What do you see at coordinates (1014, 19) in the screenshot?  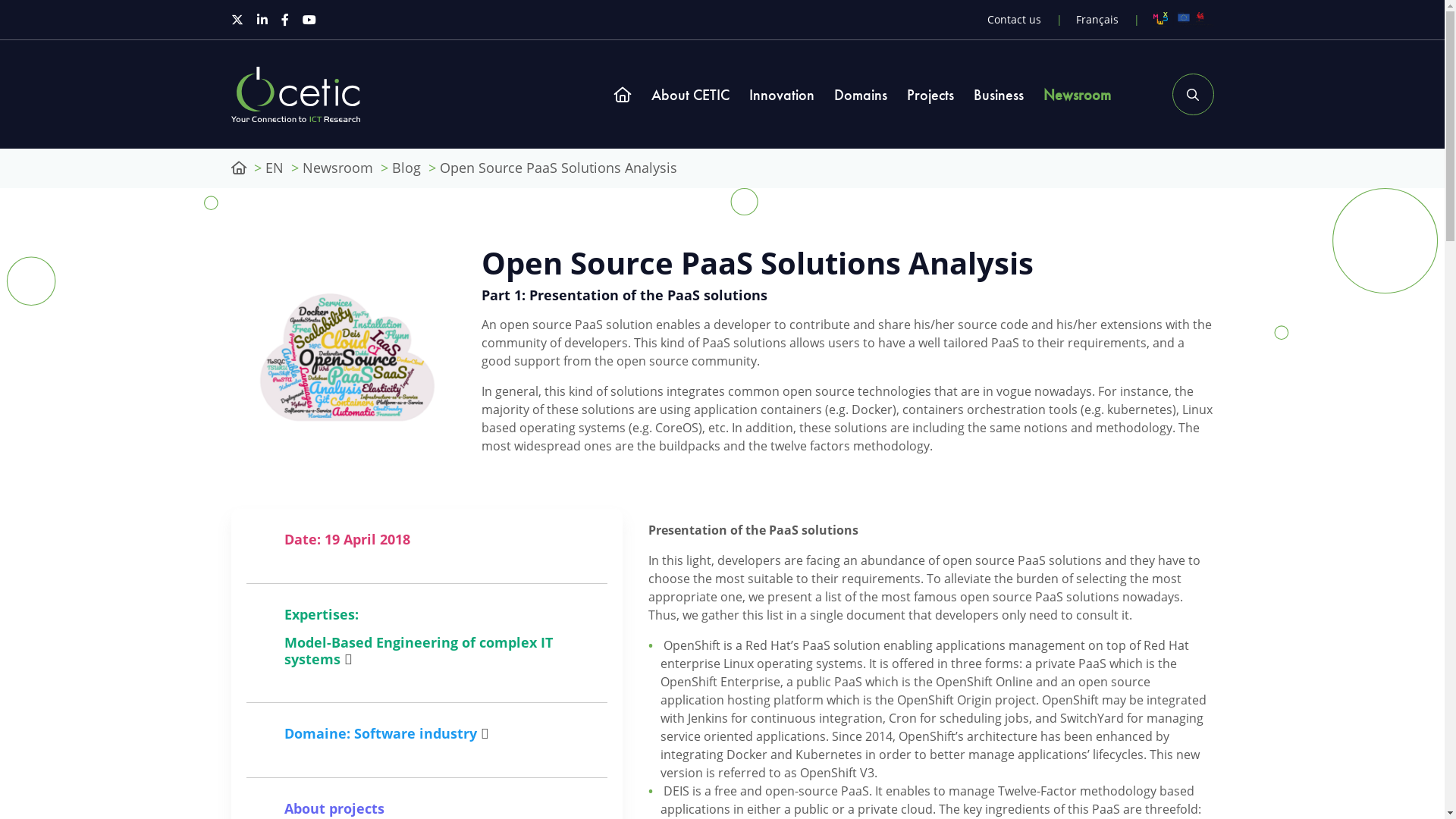 I see `'Contact us'` at bounding box center [1014, 19].